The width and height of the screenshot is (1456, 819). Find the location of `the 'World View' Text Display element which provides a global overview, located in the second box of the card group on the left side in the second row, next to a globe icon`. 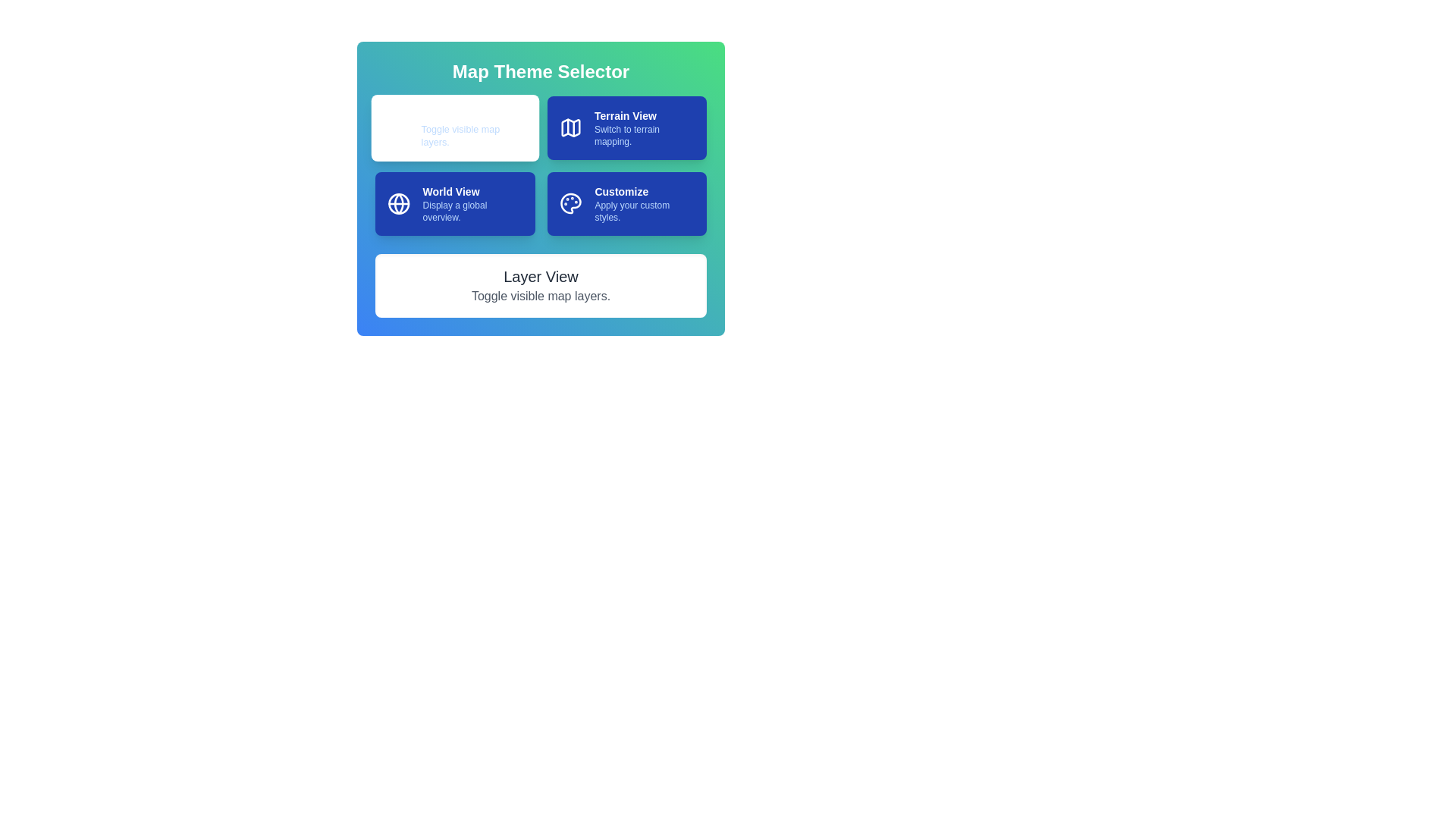

the 'World View' Text Display element which provides a global overview, located in the second box of the card group on the left side in the second row, next to a globe icon is located at coordinates (472, 203).